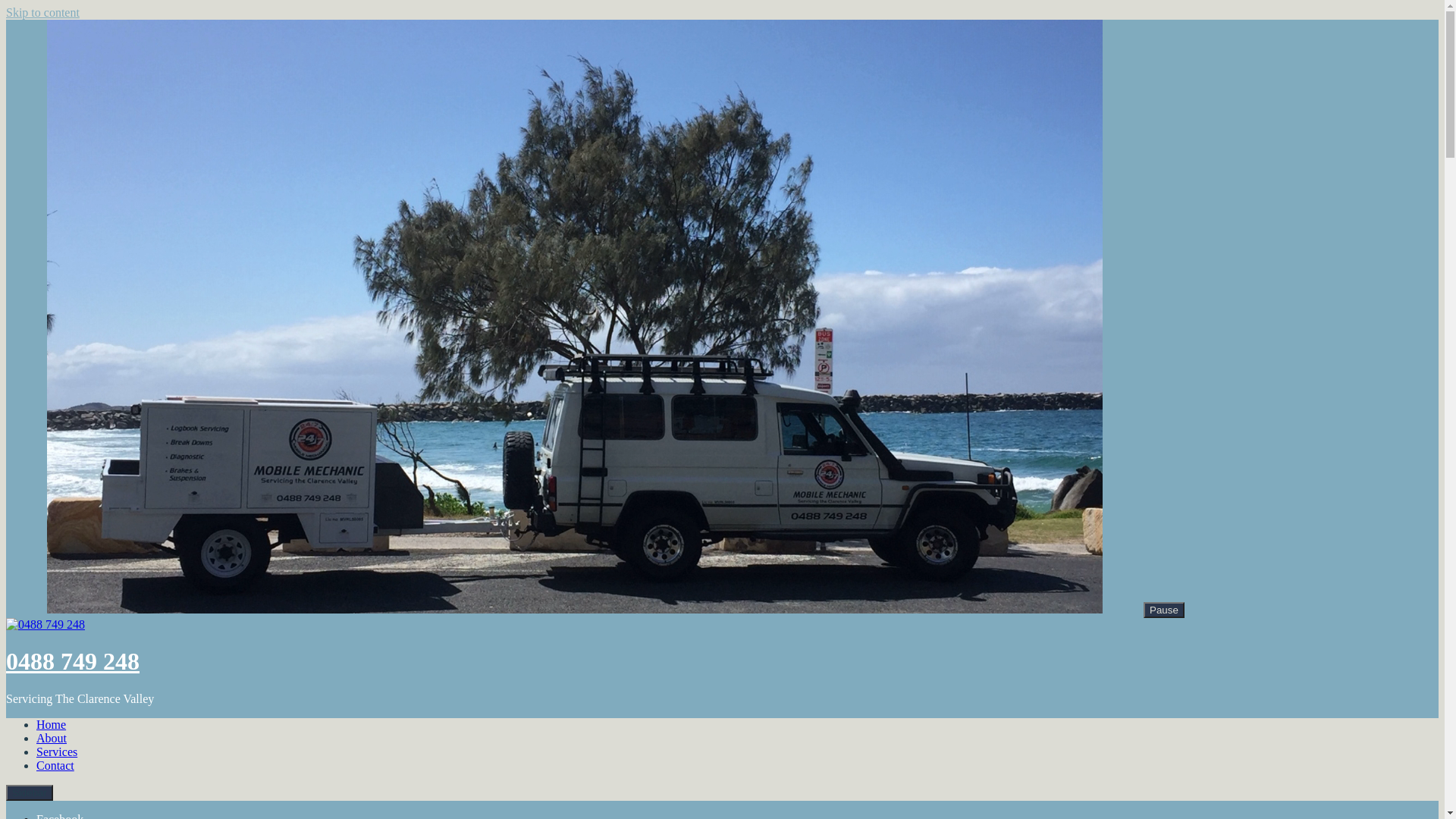 The height and width of the screenshot is (819, 1456). Describe the element at coordinates (51, 737) in the screenshot. I see `'About'` at that location.